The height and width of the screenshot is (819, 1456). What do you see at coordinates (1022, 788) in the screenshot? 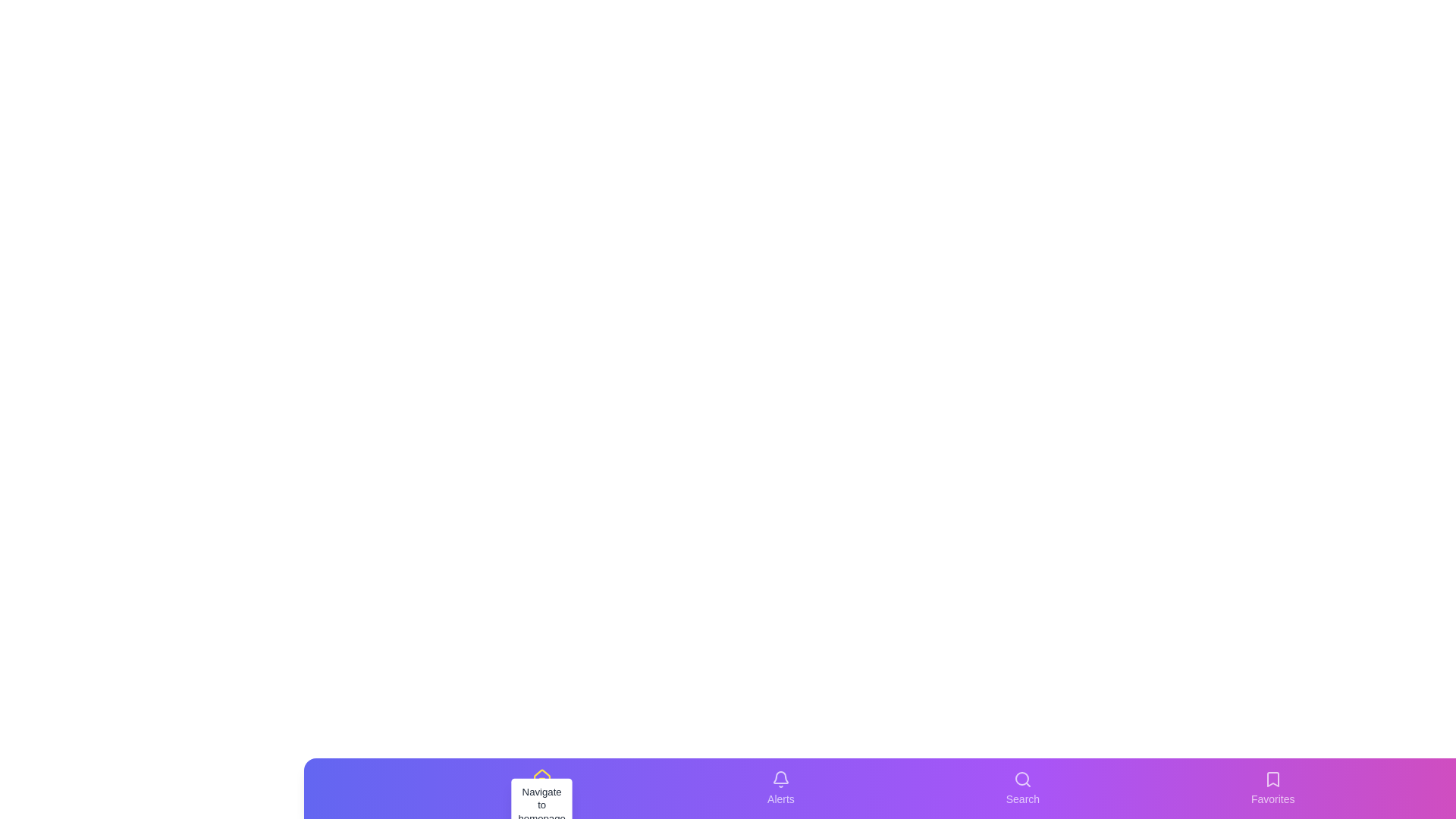
I see `the tab labeled Search in the bottom navigation bar` at bounding box center [1022, 788].